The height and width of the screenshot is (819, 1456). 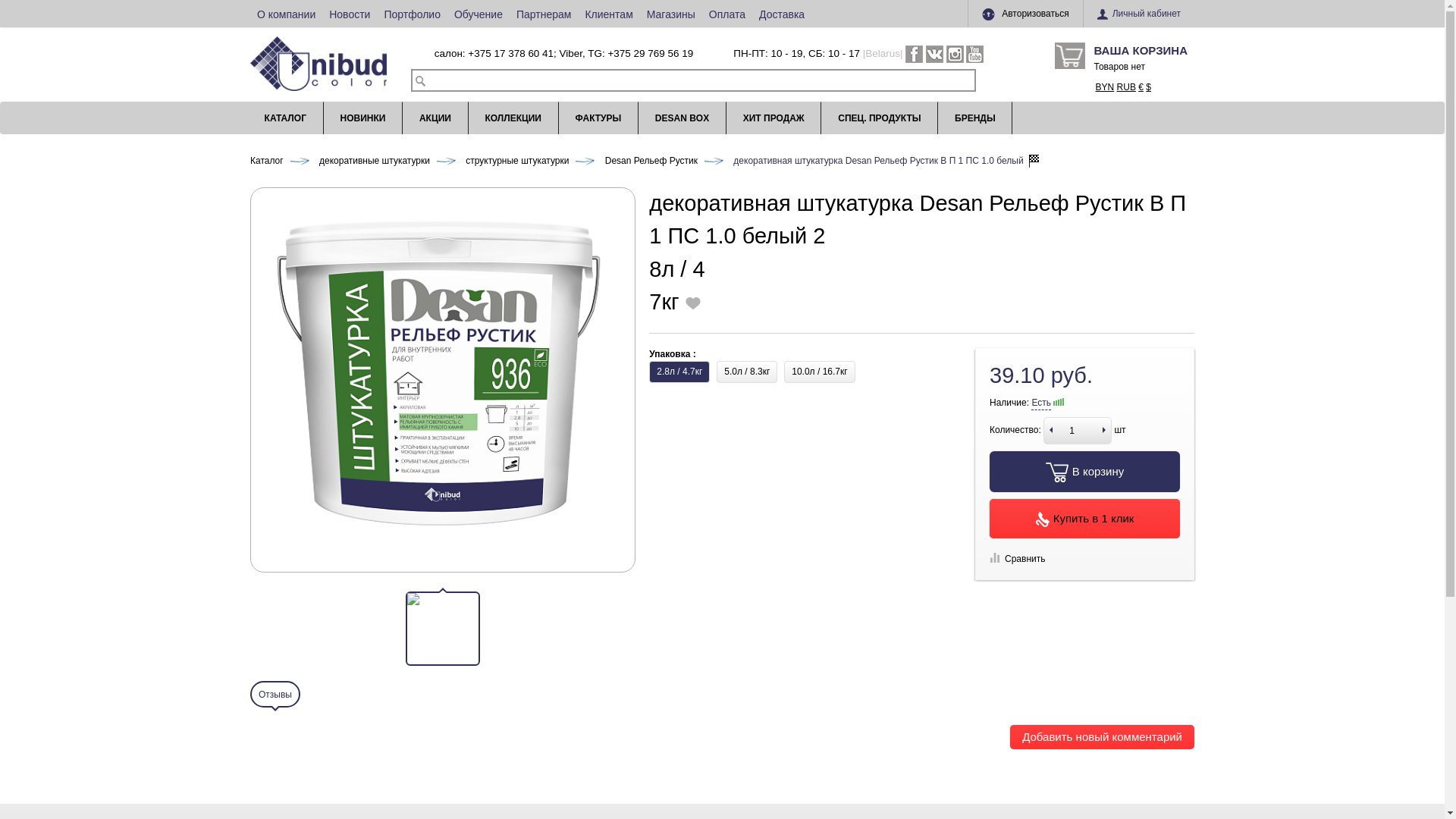 I want to click on '$', so click(x=1148, y=87).